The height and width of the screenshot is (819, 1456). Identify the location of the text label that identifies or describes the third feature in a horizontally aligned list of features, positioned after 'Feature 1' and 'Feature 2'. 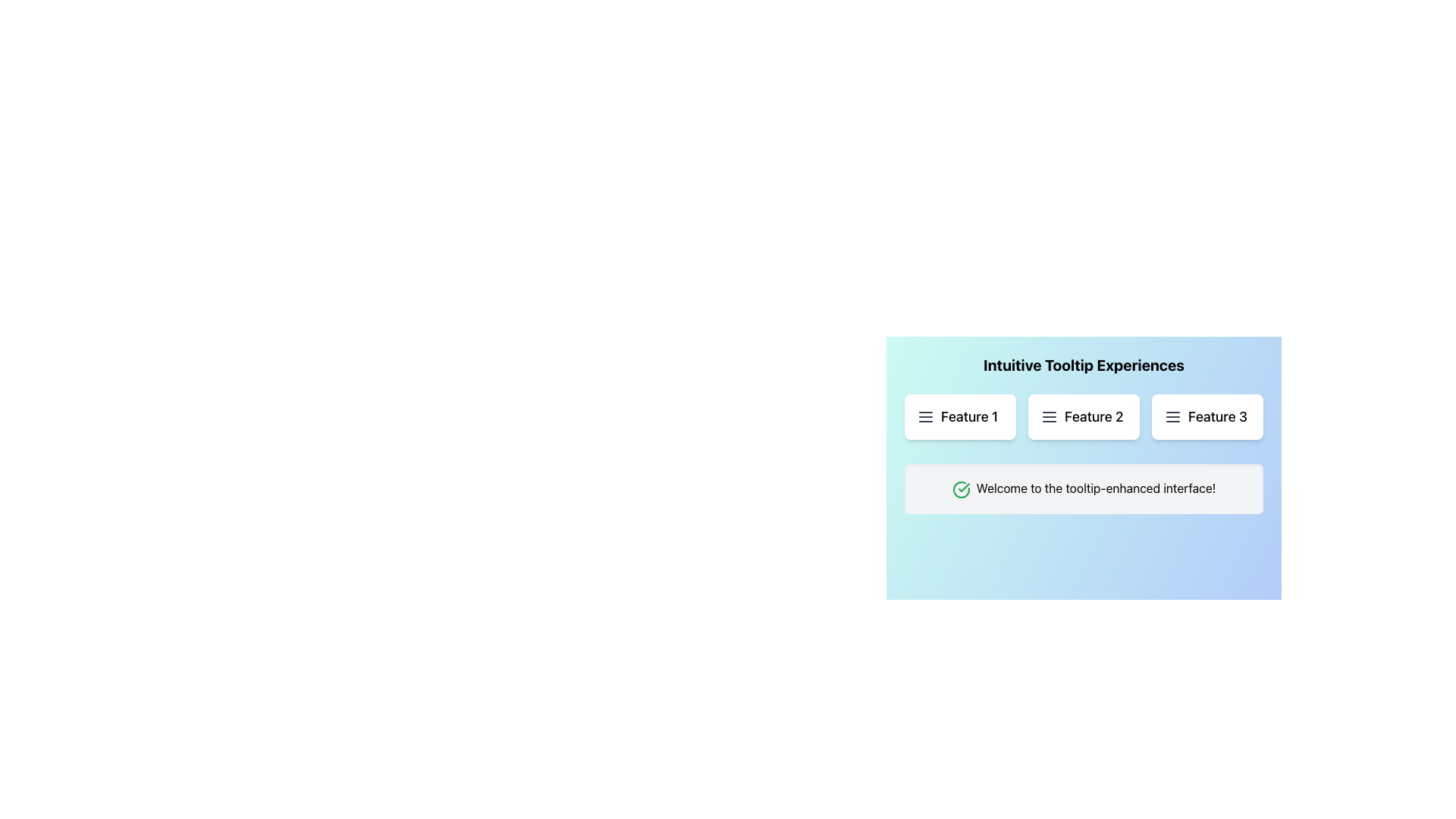
(1218, 417).